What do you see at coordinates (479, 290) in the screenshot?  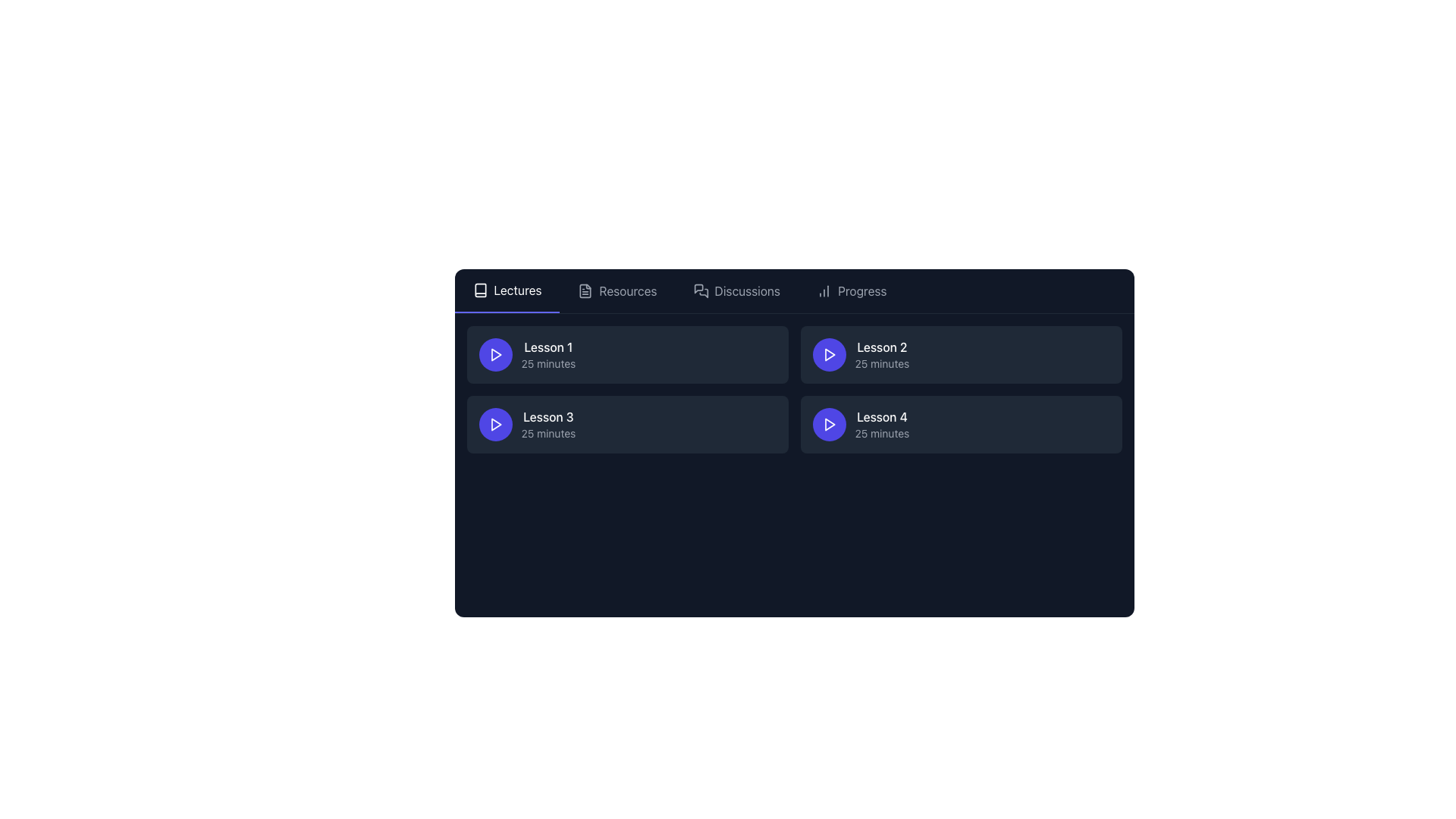 I see `the graphic icon representing books, reading, or lectures, located in the top-left corner of the interface adjacent to the 'Lectures' label` at bounding box center [479, 290].